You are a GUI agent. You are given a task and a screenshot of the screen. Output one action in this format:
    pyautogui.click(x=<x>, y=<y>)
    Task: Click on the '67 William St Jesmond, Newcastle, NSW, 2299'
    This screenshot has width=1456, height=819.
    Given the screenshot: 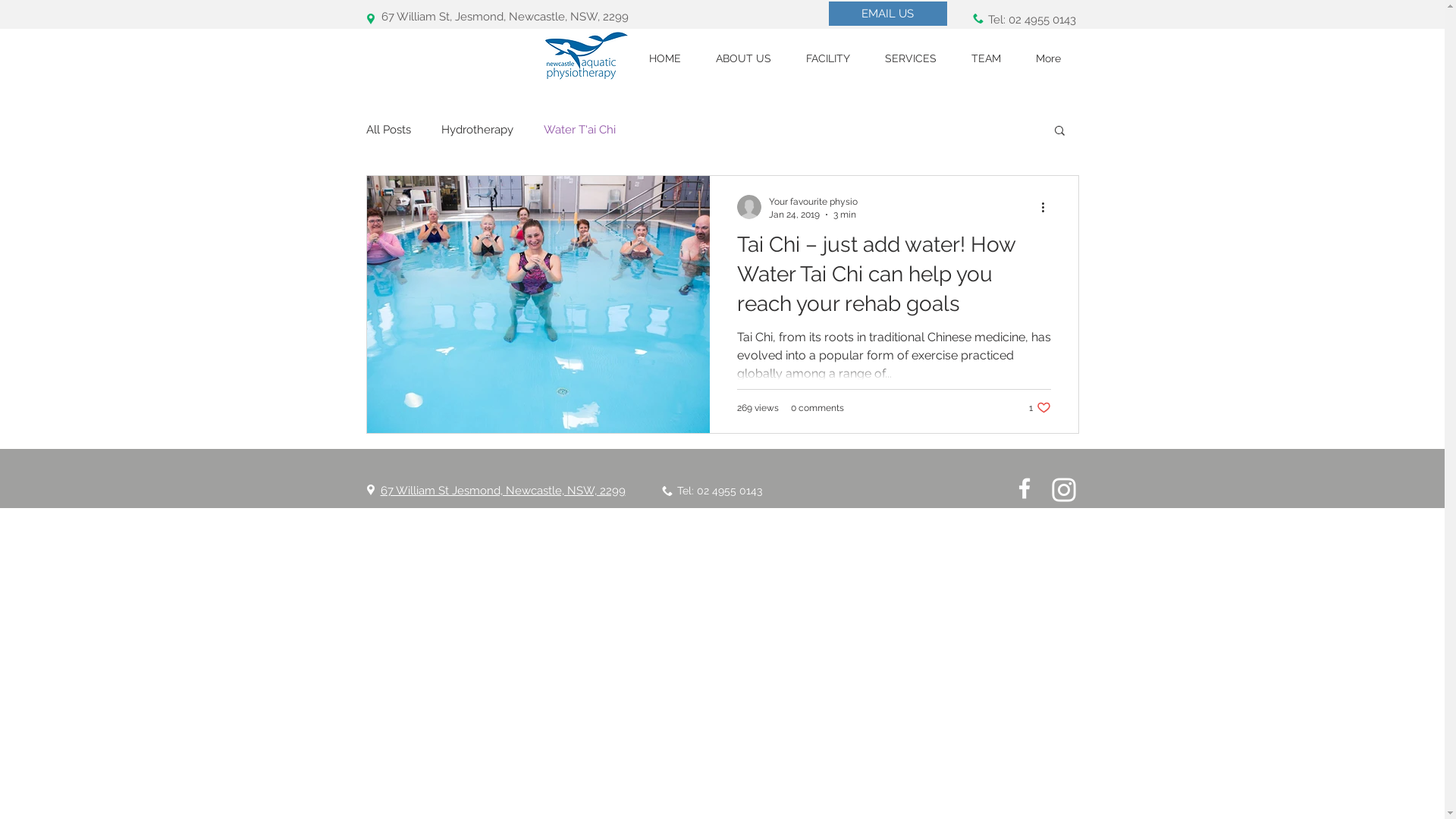 What is the action you would take?
    pyautogui.click(x=503, y=491)
    